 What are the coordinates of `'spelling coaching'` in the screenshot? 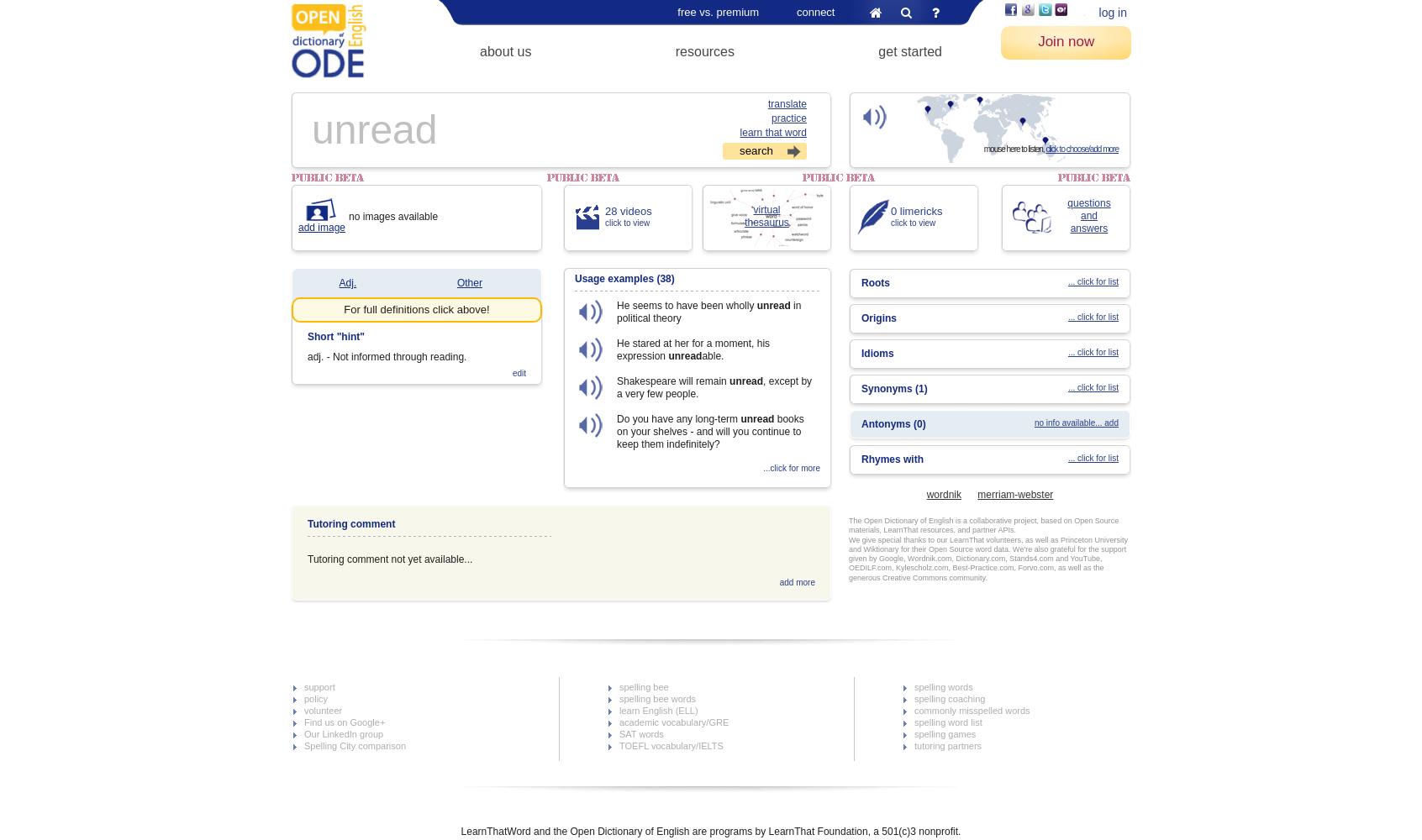 It's located at (948, 698).